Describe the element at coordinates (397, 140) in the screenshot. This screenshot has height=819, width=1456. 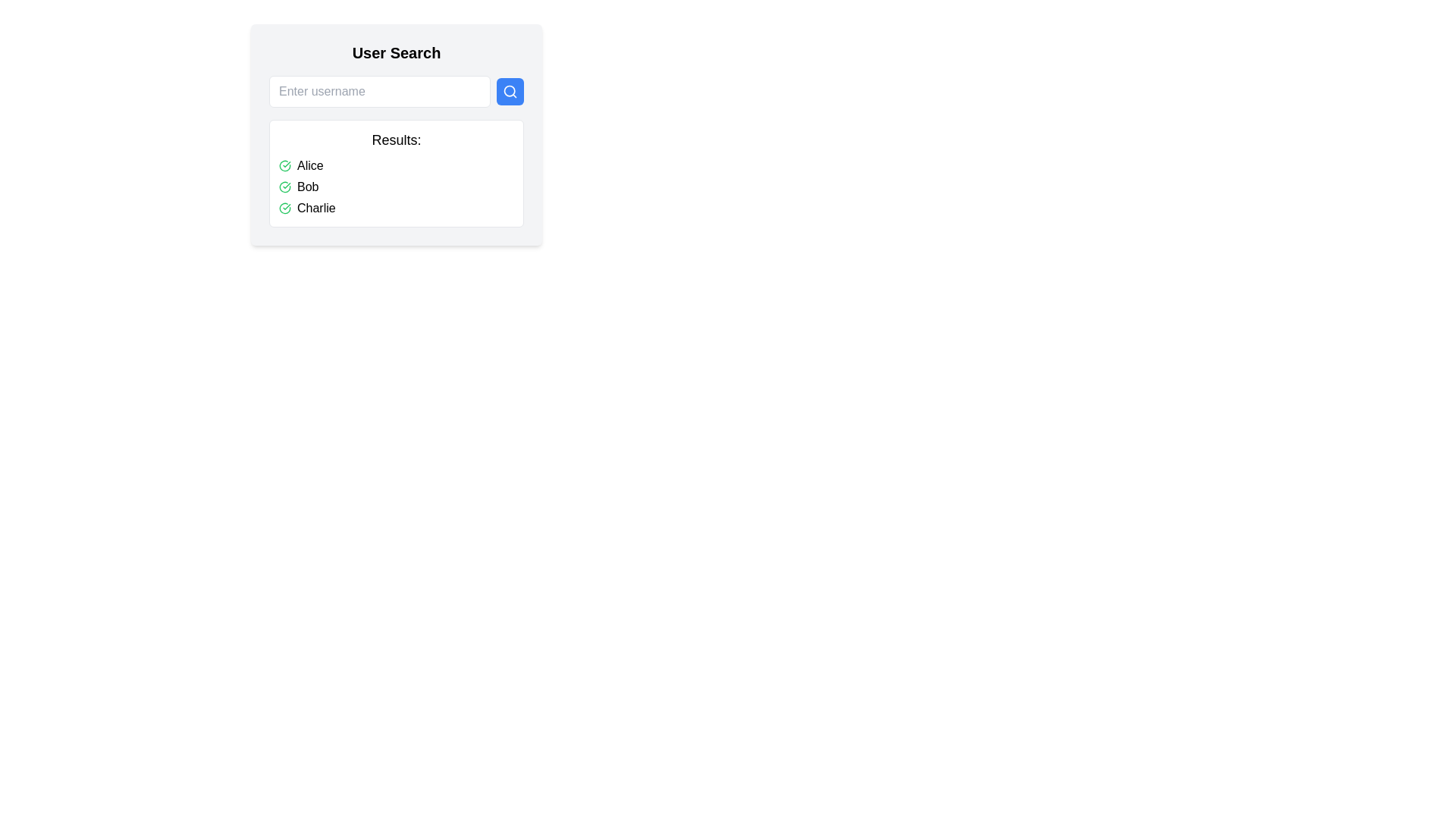
I see `the text label that indicates the search results, located just below the 'User Search' header and the input field, and above the listed user names Alice, Bob, and Charlie` at that location.